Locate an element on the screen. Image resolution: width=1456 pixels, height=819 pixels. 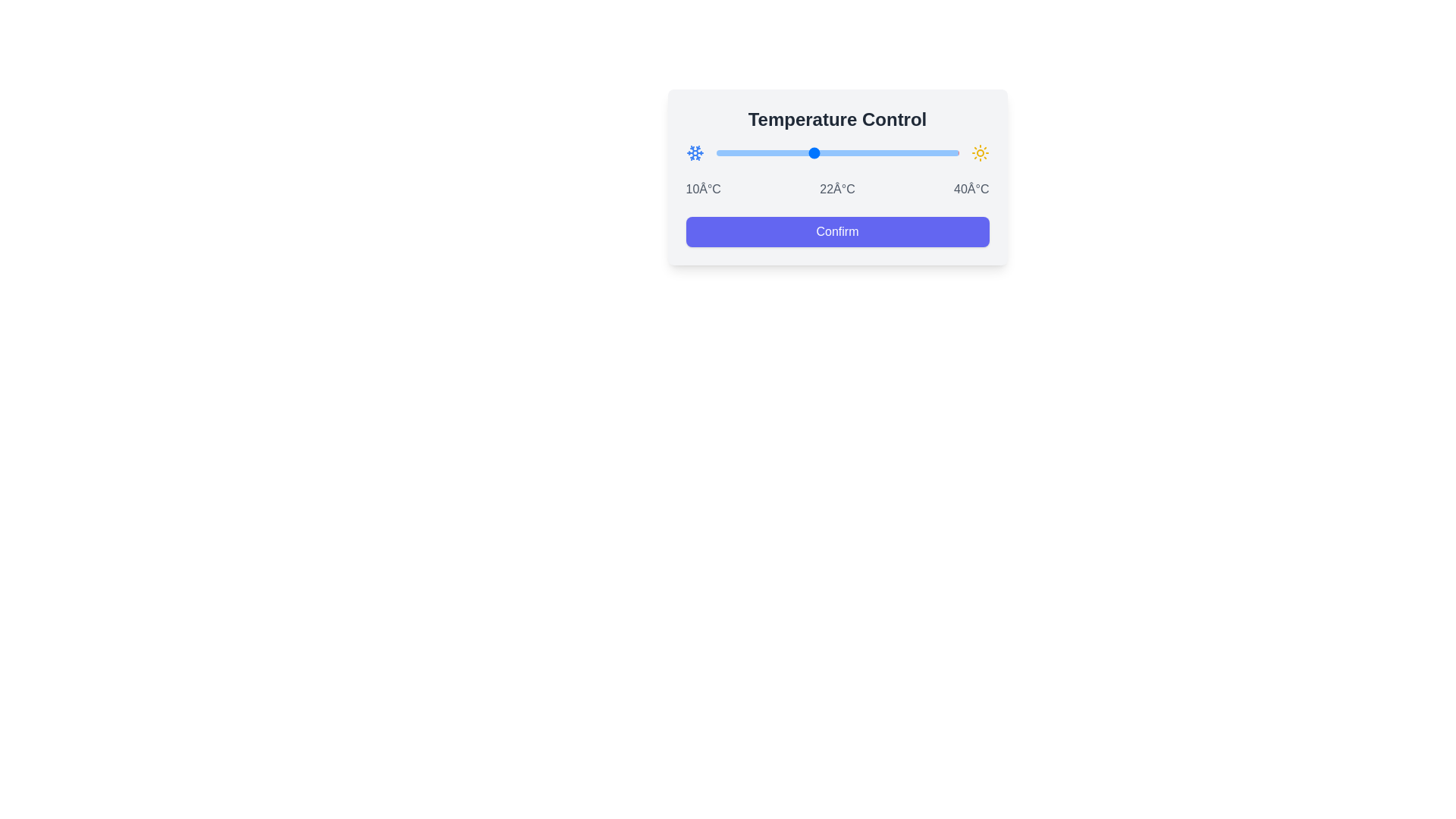
the temperature slider to set the temperature to 21°C is located at coordinates (804, 152).